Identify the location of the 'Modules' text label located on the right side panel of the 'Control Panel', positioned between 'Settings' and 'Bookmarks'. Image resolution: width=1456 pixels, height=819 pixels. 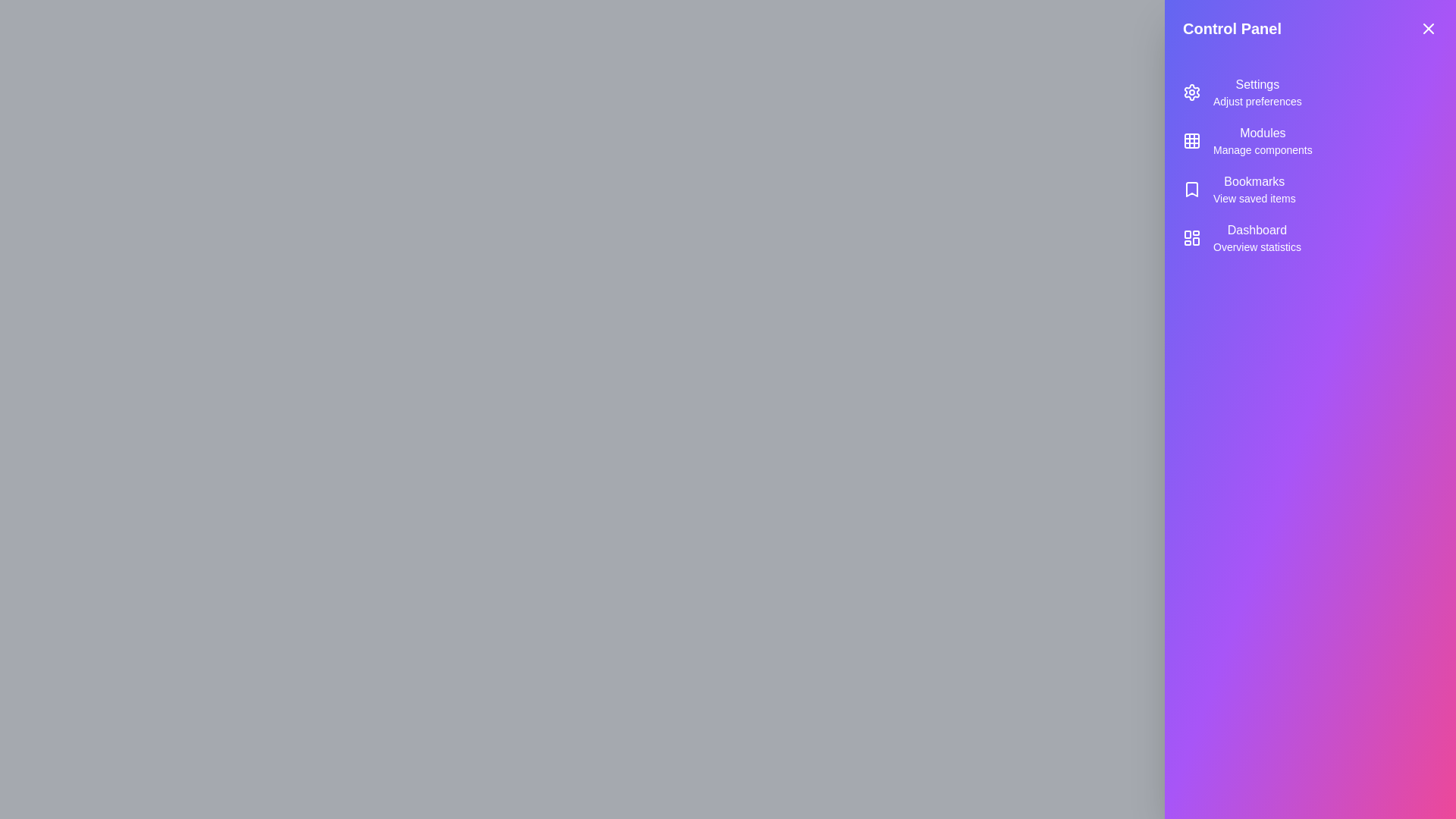
(1263, 133).